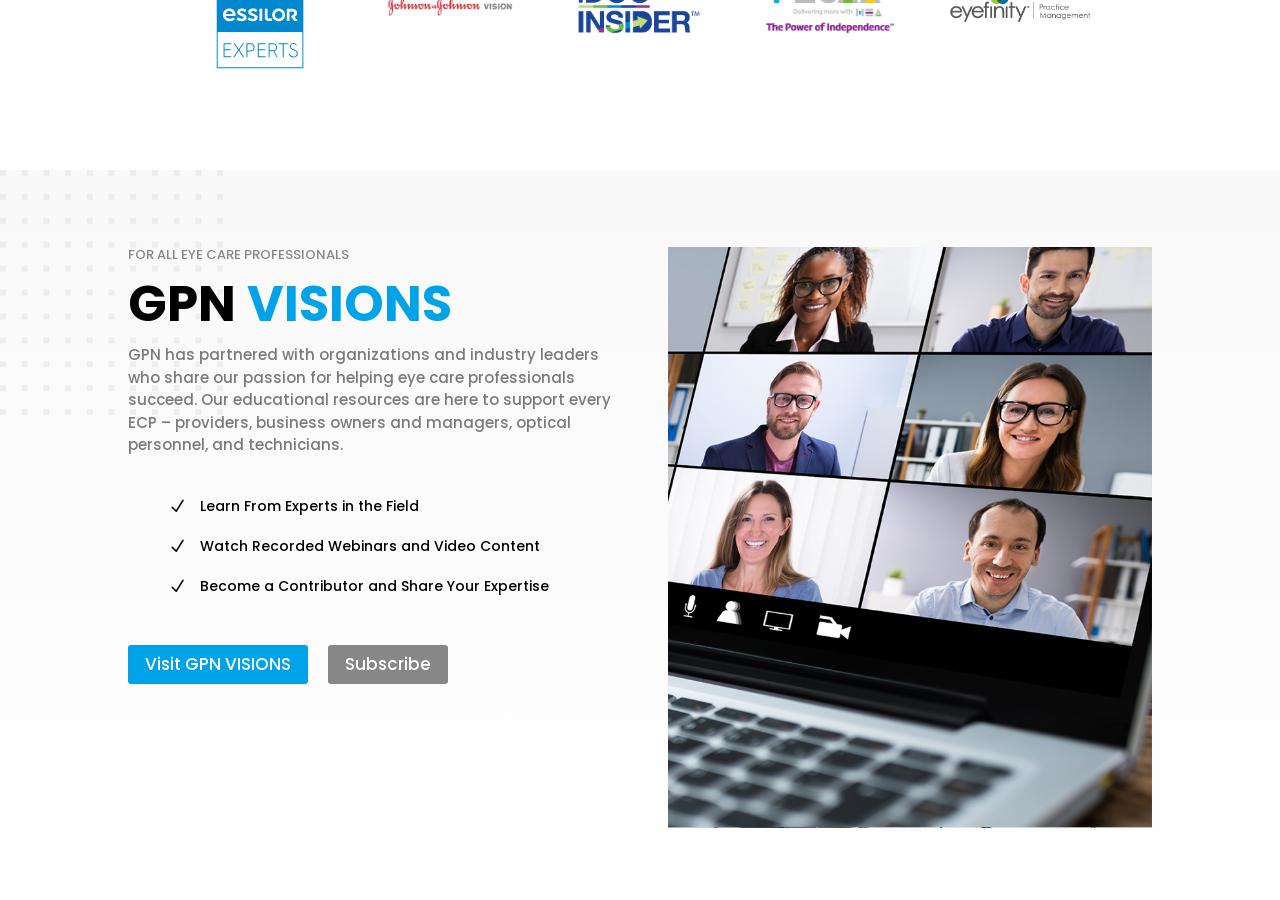 The image size is (1280, 900). Describe the element at coordinates (217, 664) in the screenshot. I see `'Visit GPN VISIONS'` at that location.